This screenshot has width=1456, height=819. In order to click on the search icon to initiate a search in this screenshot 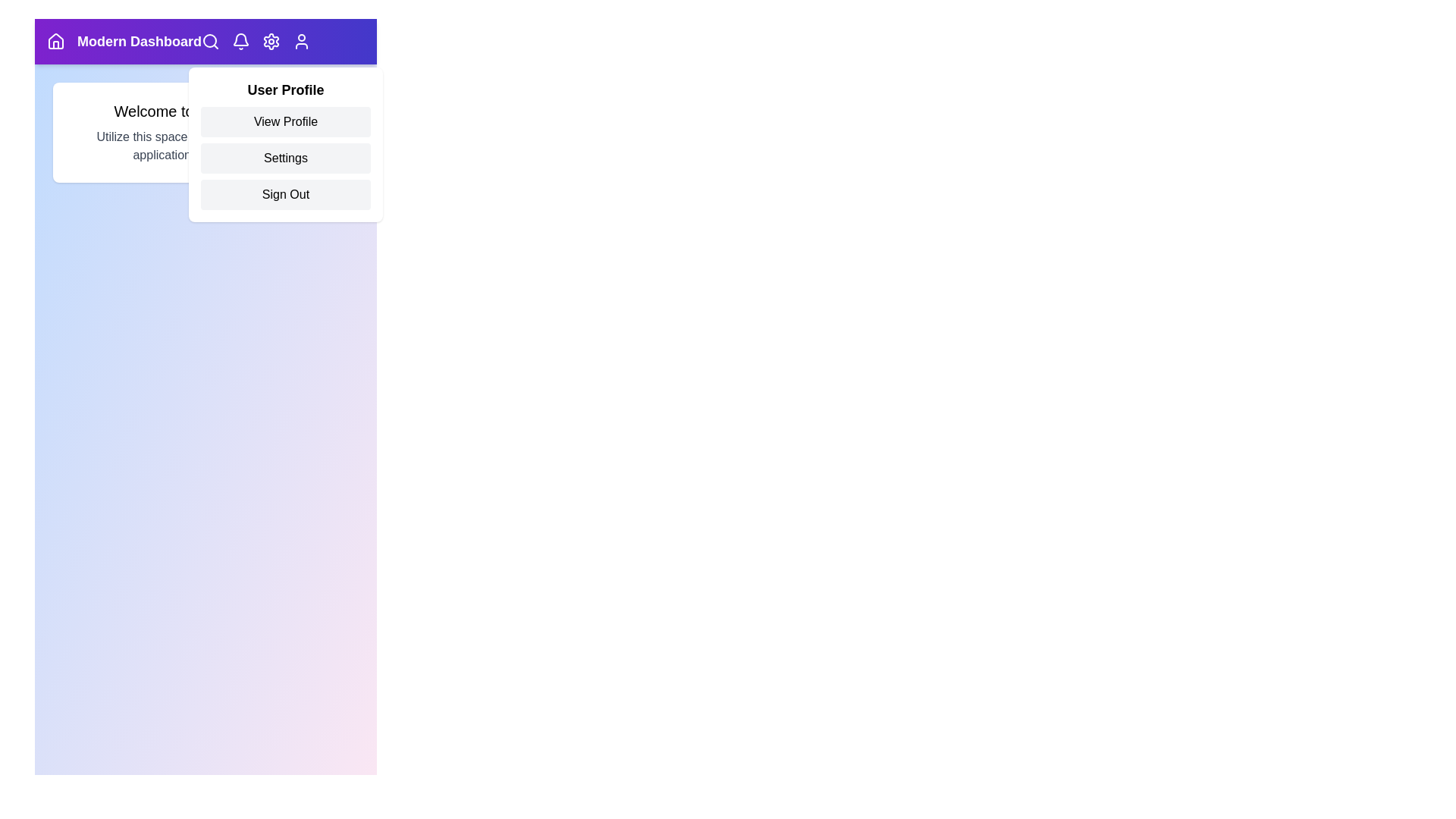, I will do `click(210, 40)`.